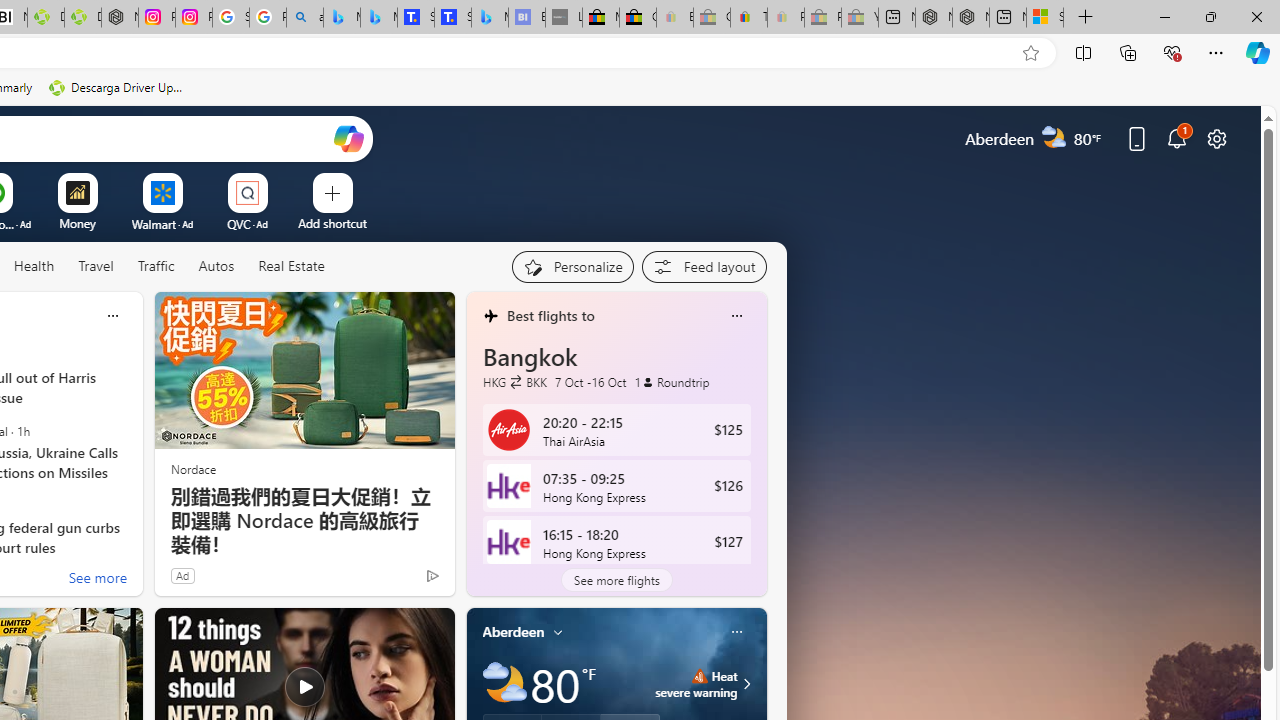  I want to click on 'Click to see more information', so click(743, 683).